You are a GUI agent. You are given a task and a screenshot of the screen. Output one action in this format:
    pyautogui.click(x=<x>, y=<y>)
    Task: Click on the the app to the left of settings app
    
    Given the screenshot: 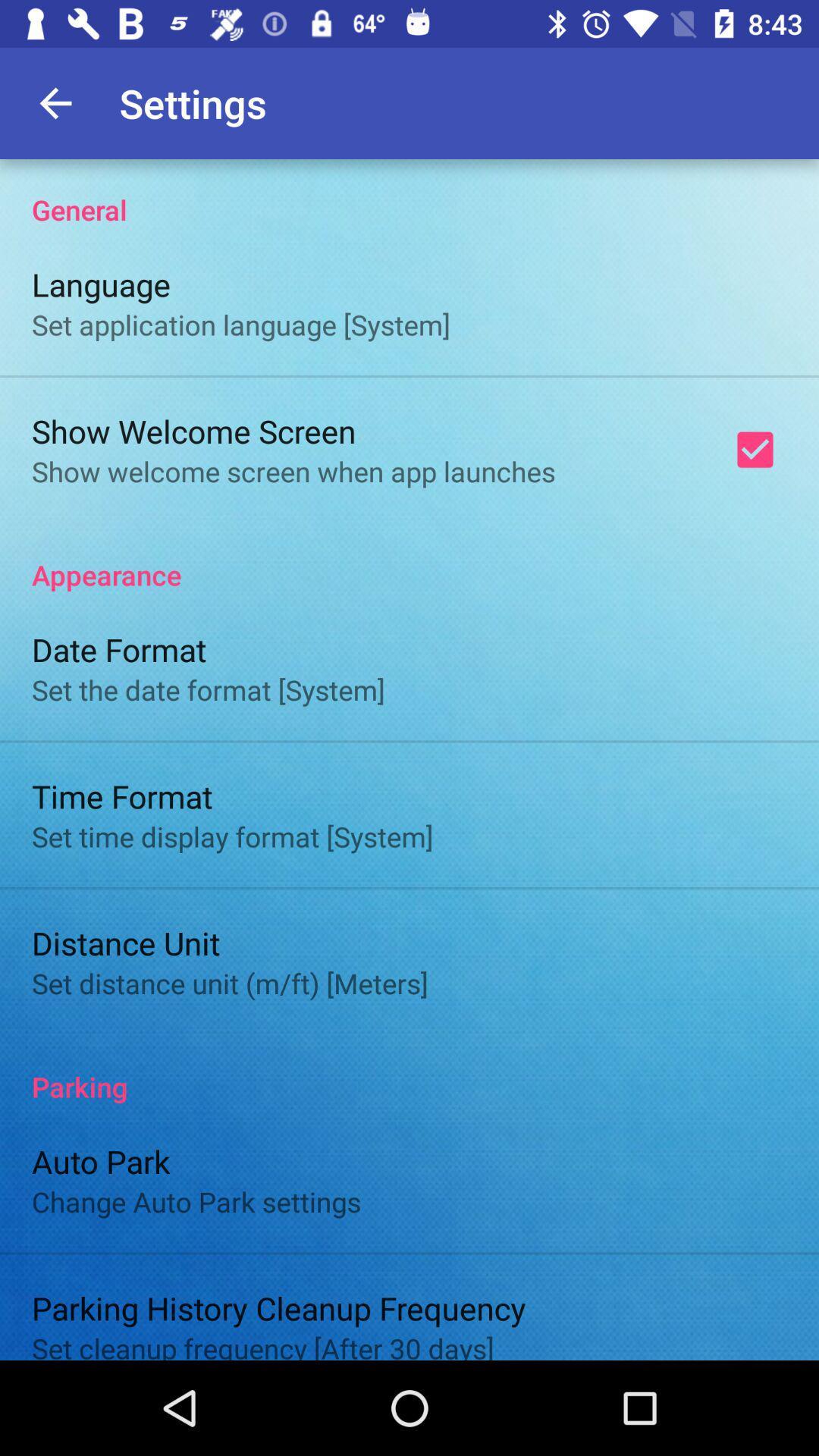 What is the action you would take?
    pyautogui.click(x=55, y=102)
    